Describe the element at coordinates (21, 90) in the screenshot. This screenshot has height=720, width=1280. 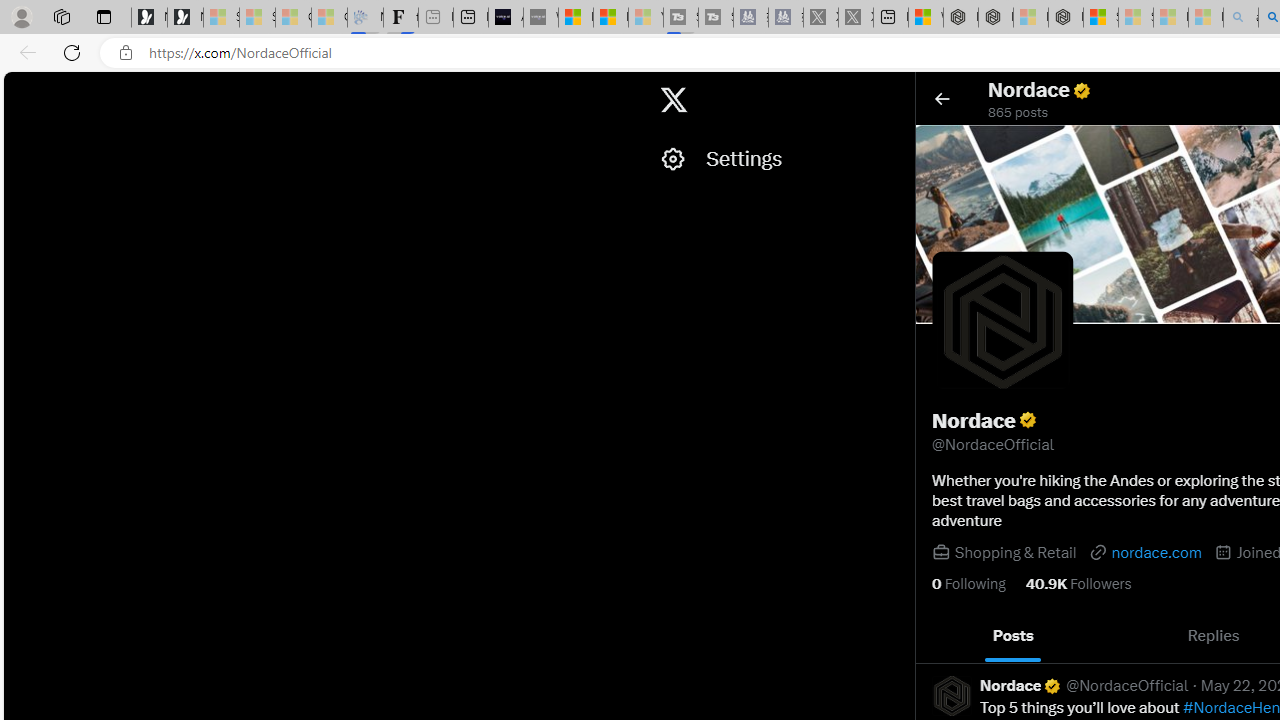
I see `'Skip to home timeline'` at that location.